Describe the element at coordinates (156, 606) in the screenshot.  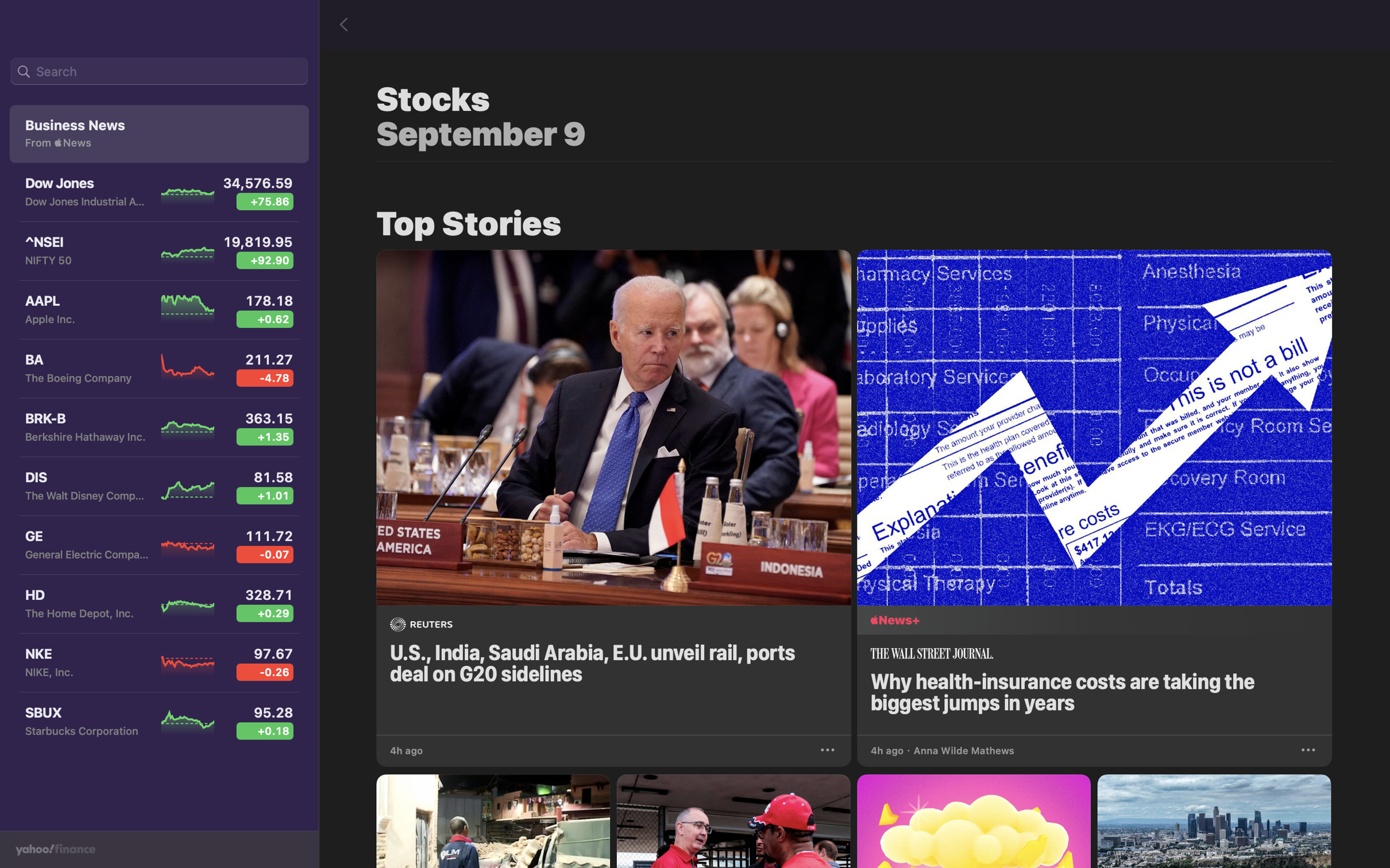
I see `more data by clicking on the Home Depot stock` at that location.